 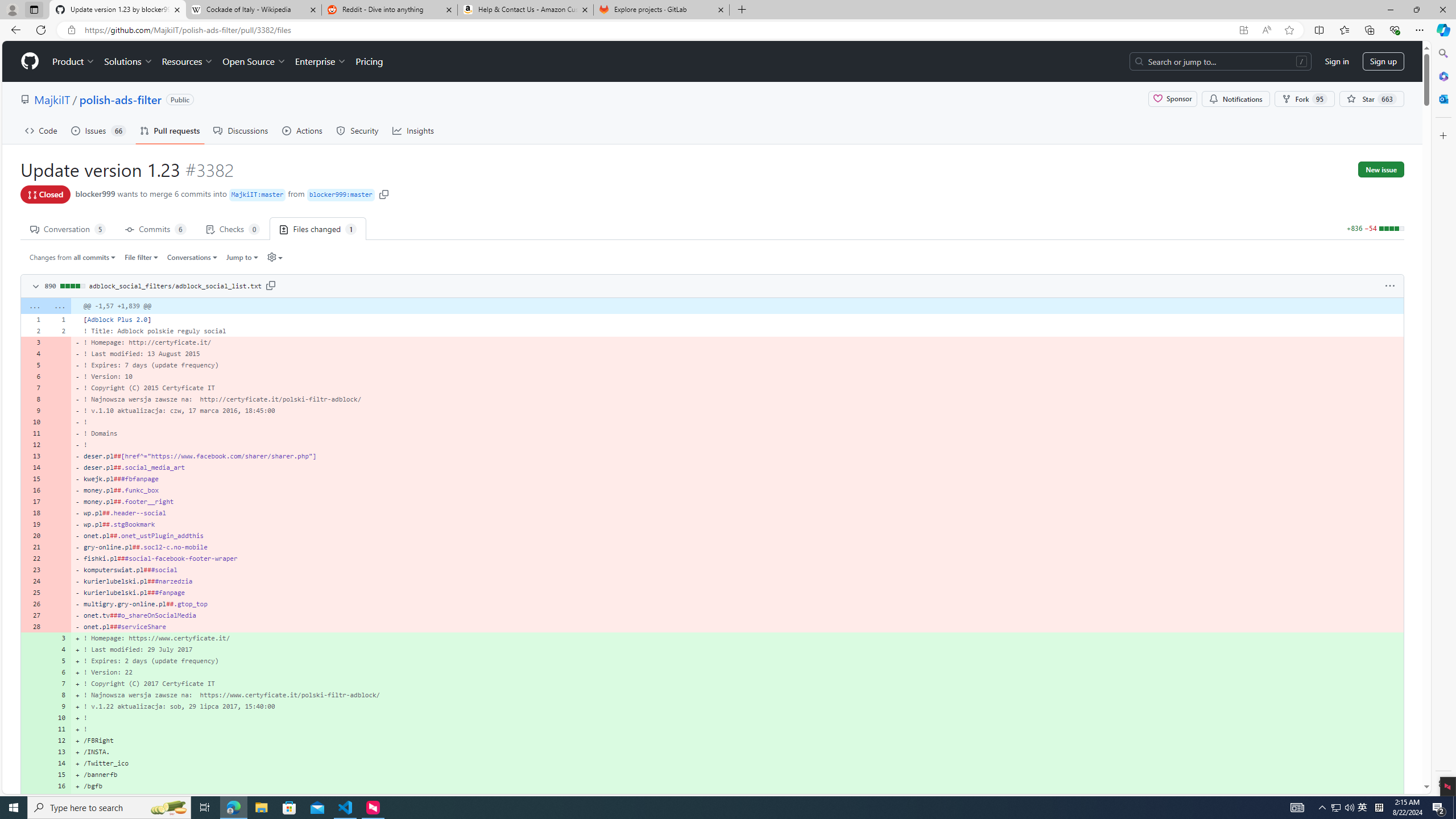 I want to click on '18', so click(x=32, y=512).